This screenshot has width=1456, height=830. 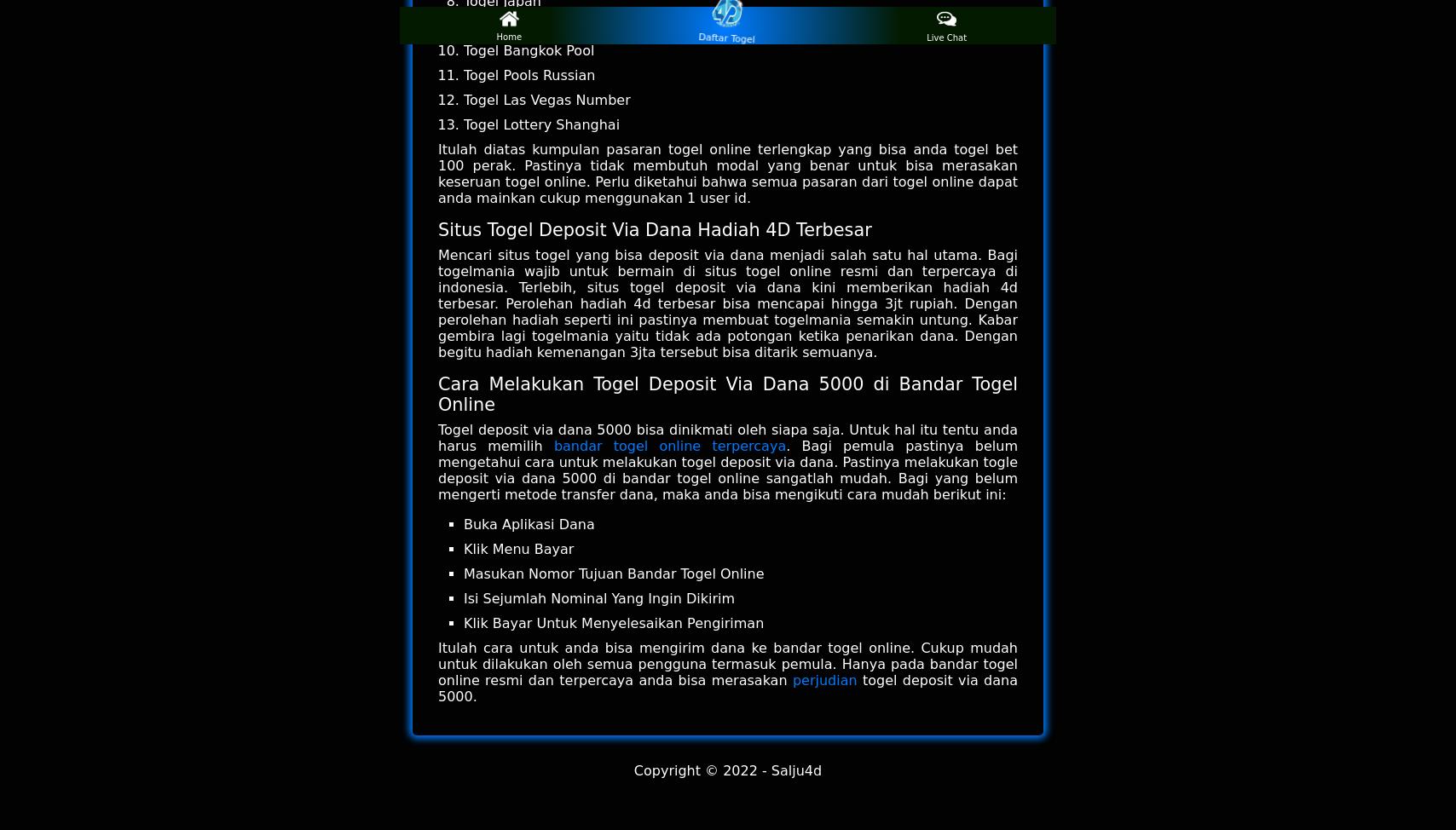 What do you see at coordinates (728, 394) in the screenshot?
I see `'Cara Melakukan Togel Deposit Via Dana 5000 di Bandar Togel Online'` at bounding box center [728, 394].